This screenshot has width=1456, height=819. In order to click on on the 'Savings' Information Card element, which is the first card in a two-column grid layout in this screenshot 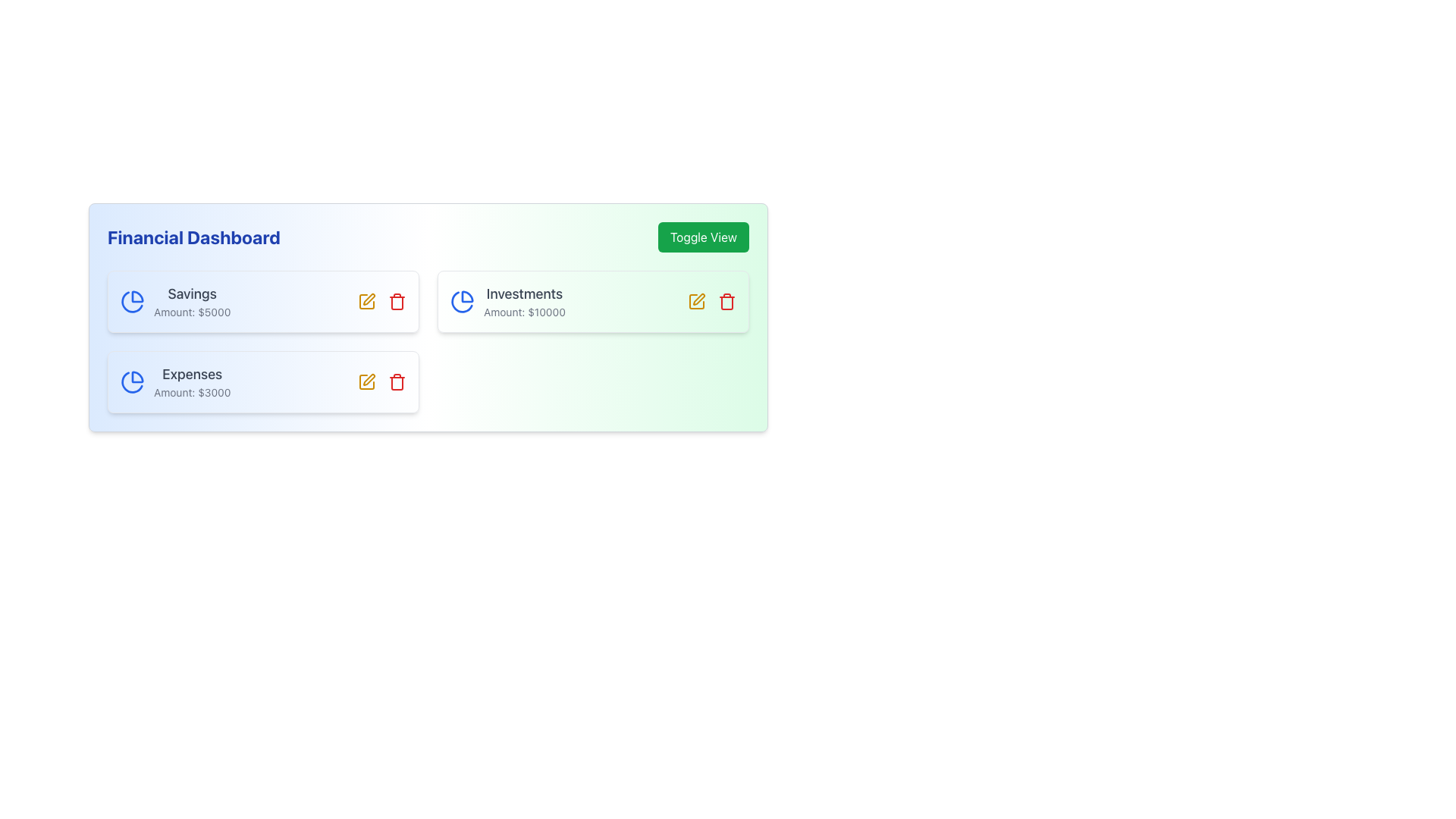, I will do `click(263, 301)`.